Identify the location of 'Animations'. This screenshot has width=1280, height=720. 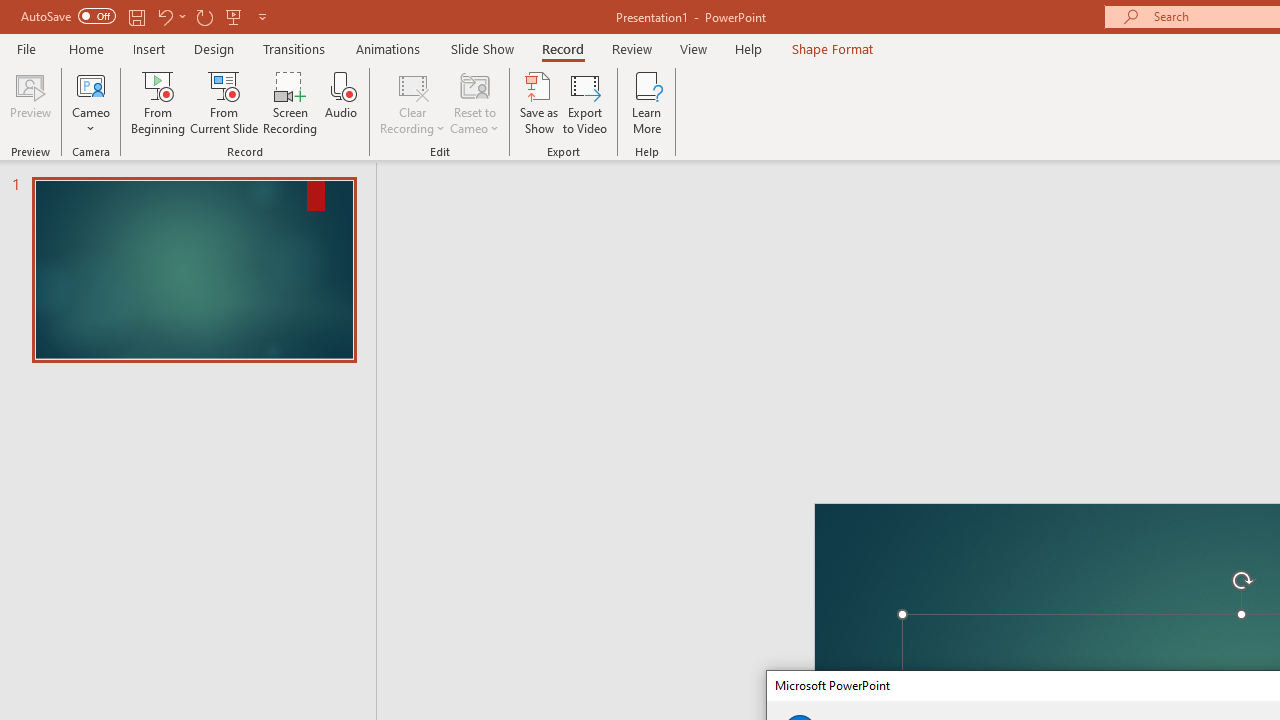
(388, 48).